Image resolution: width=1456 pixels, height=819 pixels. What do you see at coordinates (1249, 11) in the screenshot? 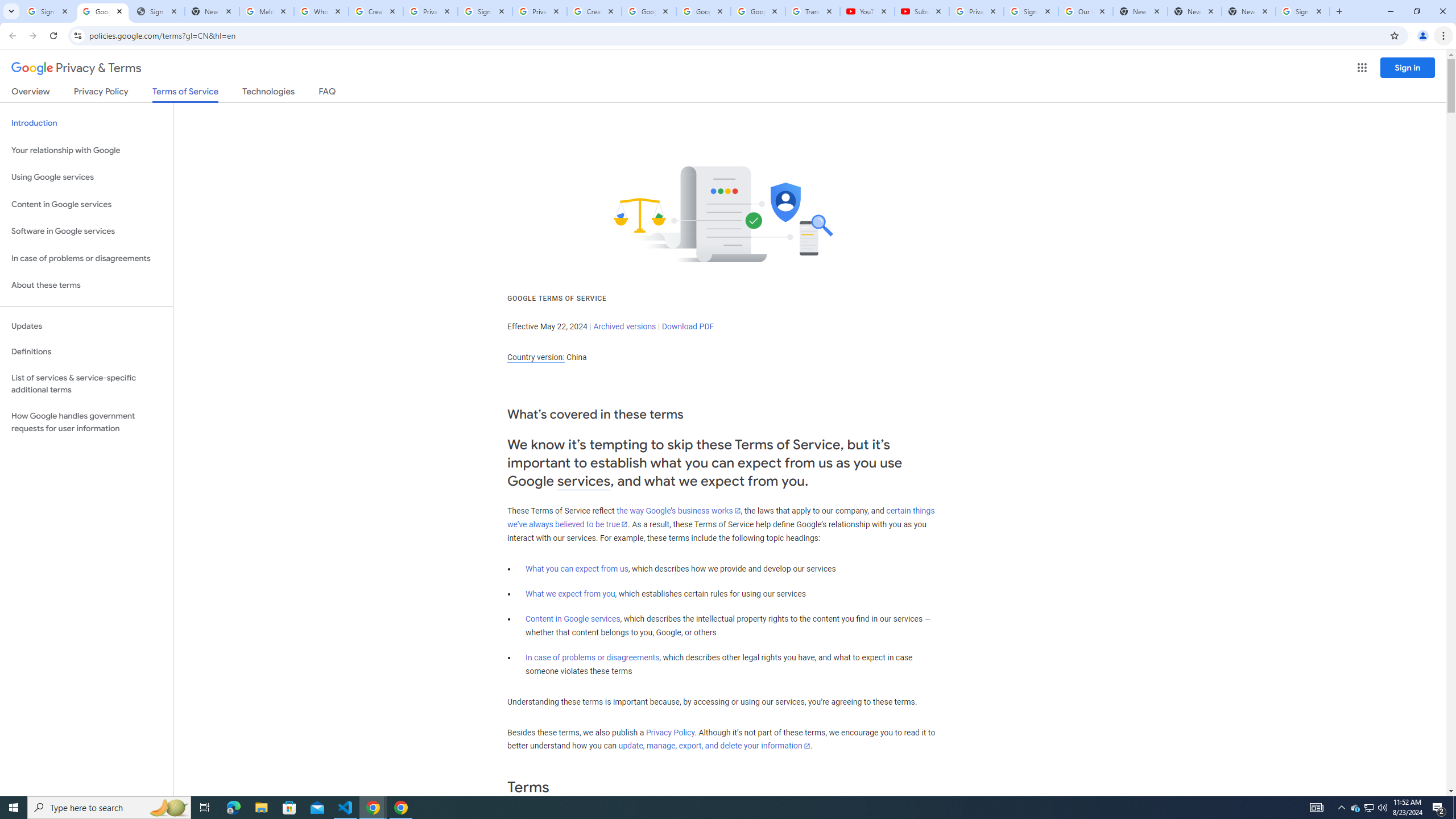
I see `'New Tab'` at bounding box center [1249, 11].